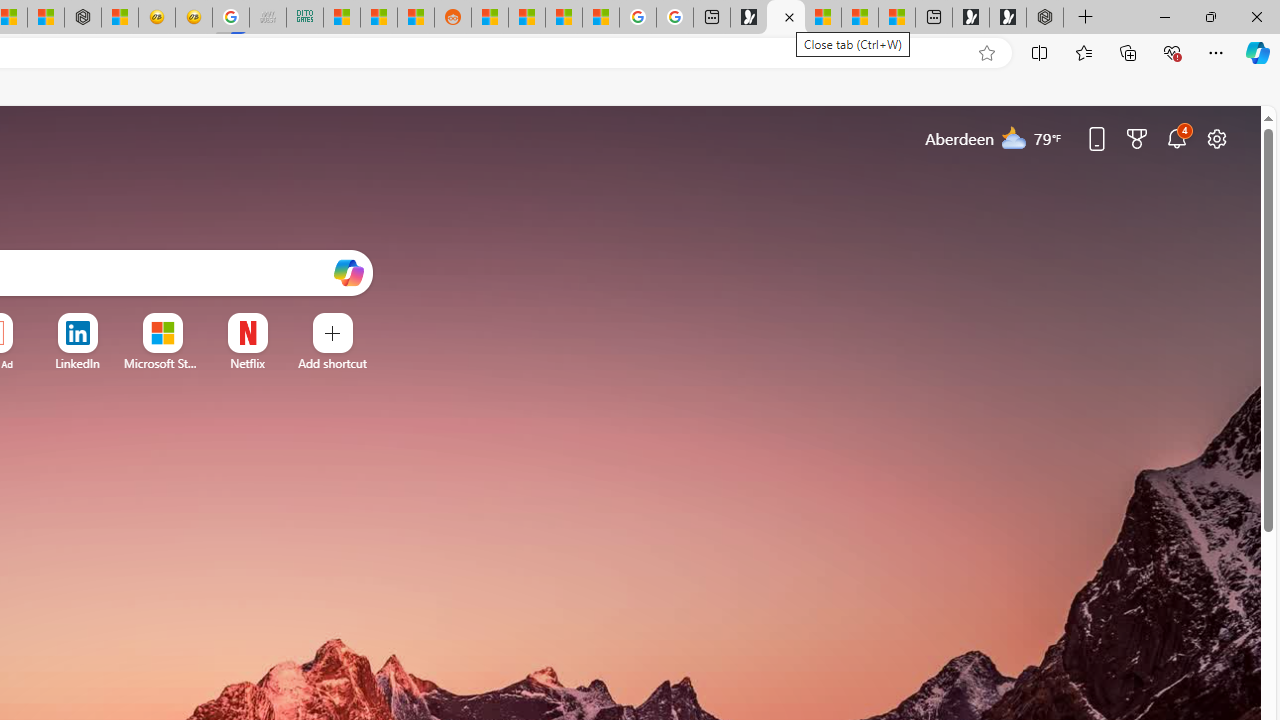 The height and width of the screenshot is (720, 1280). I want to click on 'Netflix', so click(246, 363).